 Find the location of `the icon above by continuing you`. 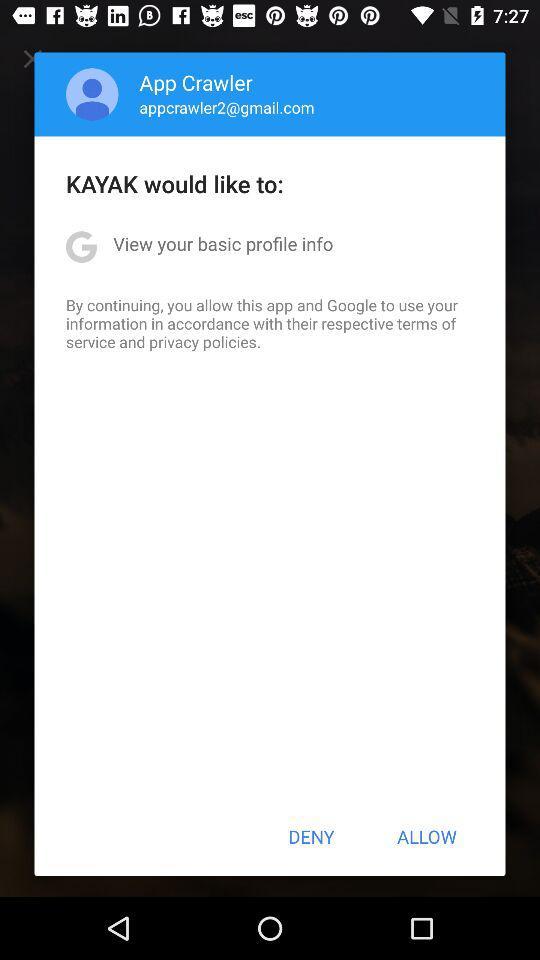

the icon above by continuing you is located at coordinates (222, 242).